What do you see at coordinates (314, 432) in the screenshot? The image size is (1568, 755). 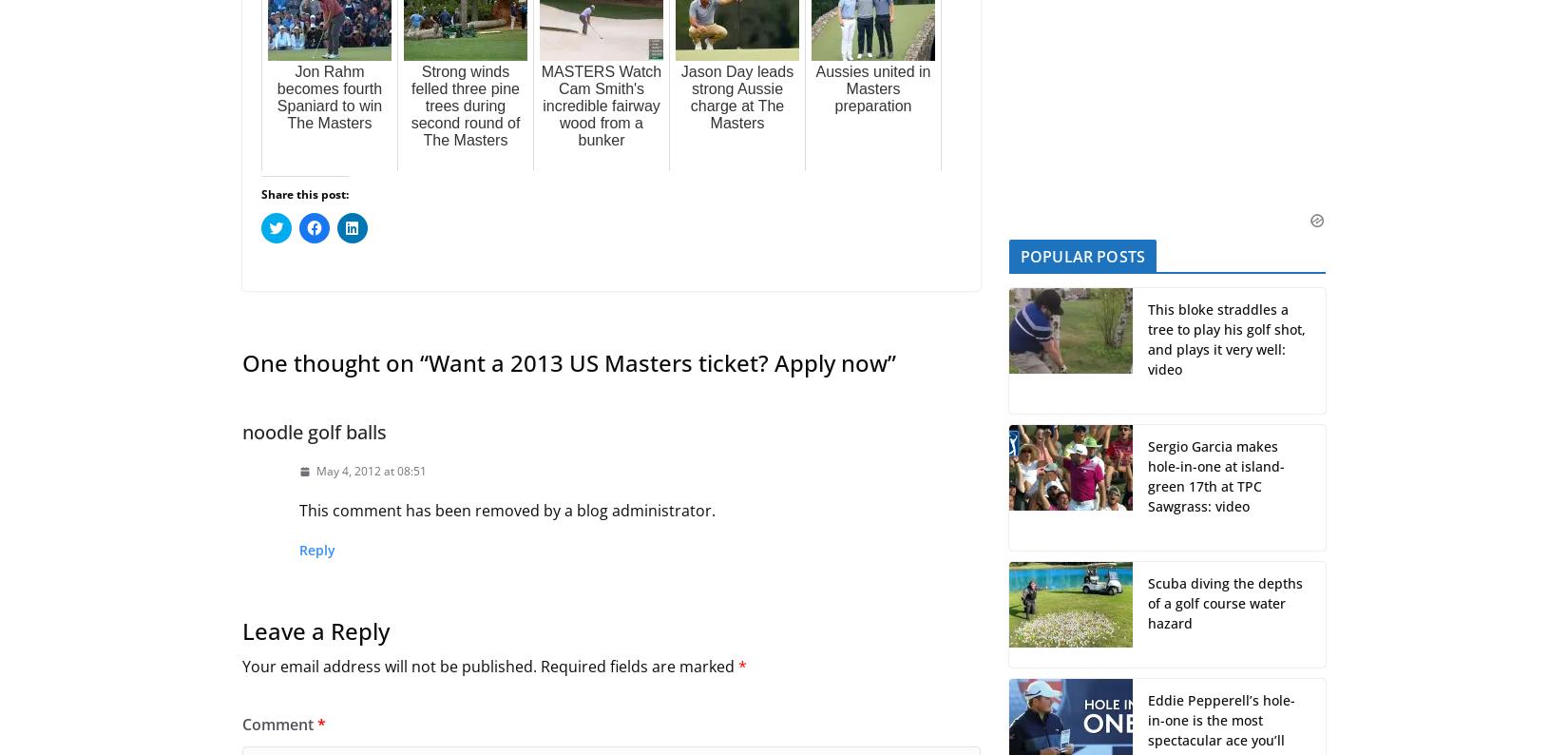 I see `'noodle golf balls'` at bounding box center [314, 432].